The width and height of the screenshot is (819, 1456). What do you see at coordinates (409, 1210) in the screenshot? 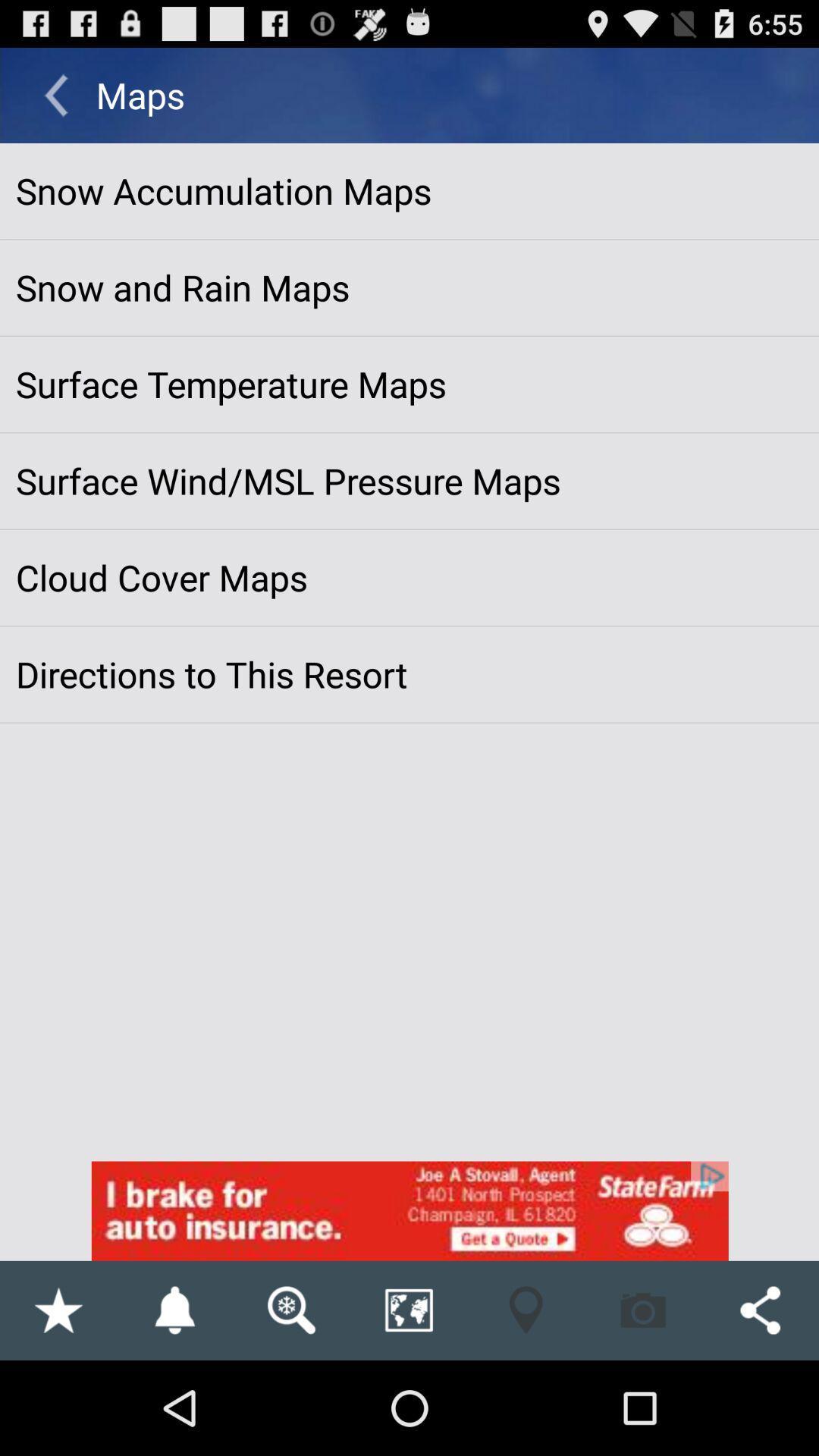
I see `open advertisement` at bounding box center [409, 1210].